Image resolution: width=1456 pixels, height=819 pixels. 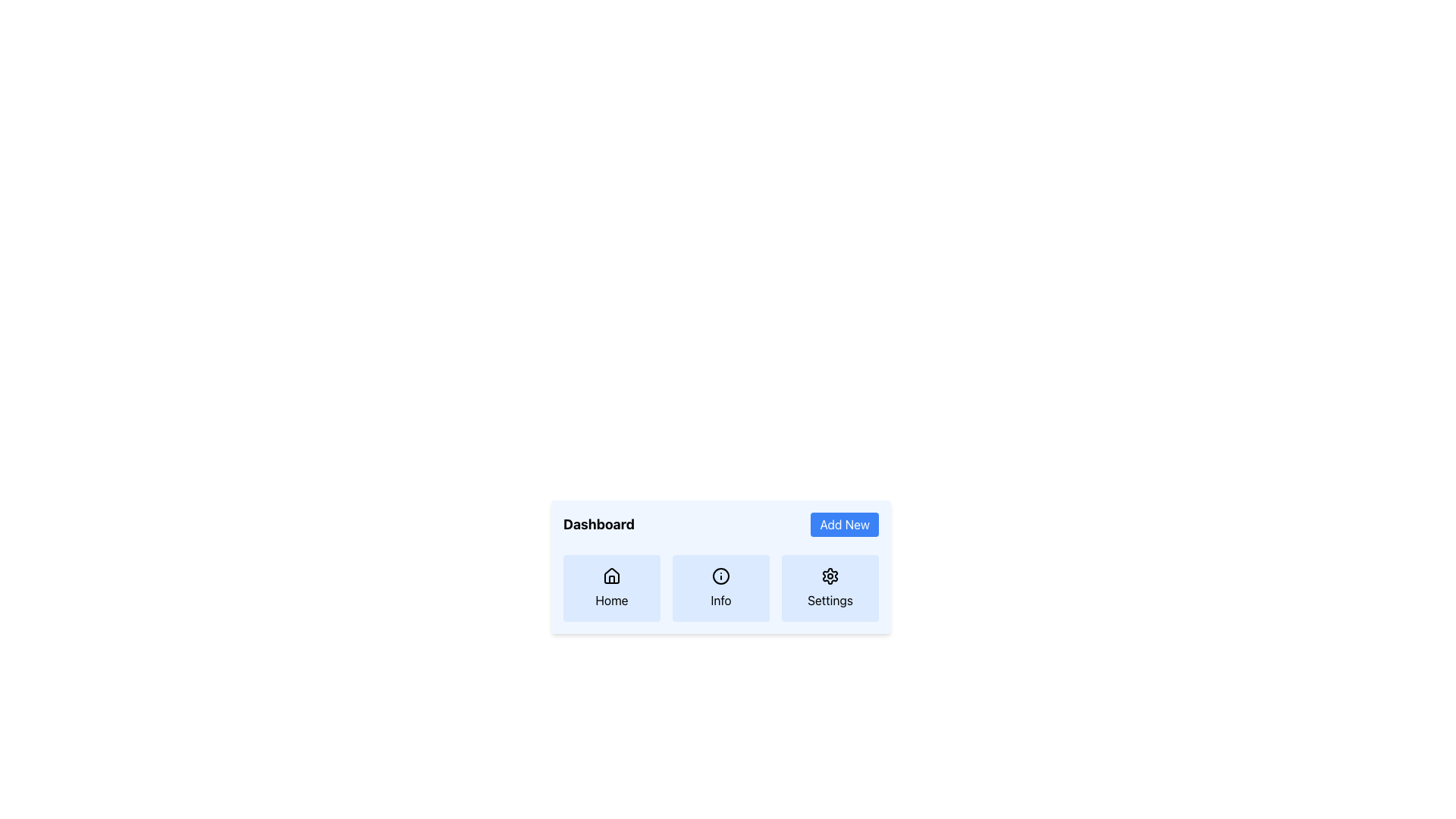 I want to click on the 'Info' tile in the navigation menu, so click(x=720, y=567).